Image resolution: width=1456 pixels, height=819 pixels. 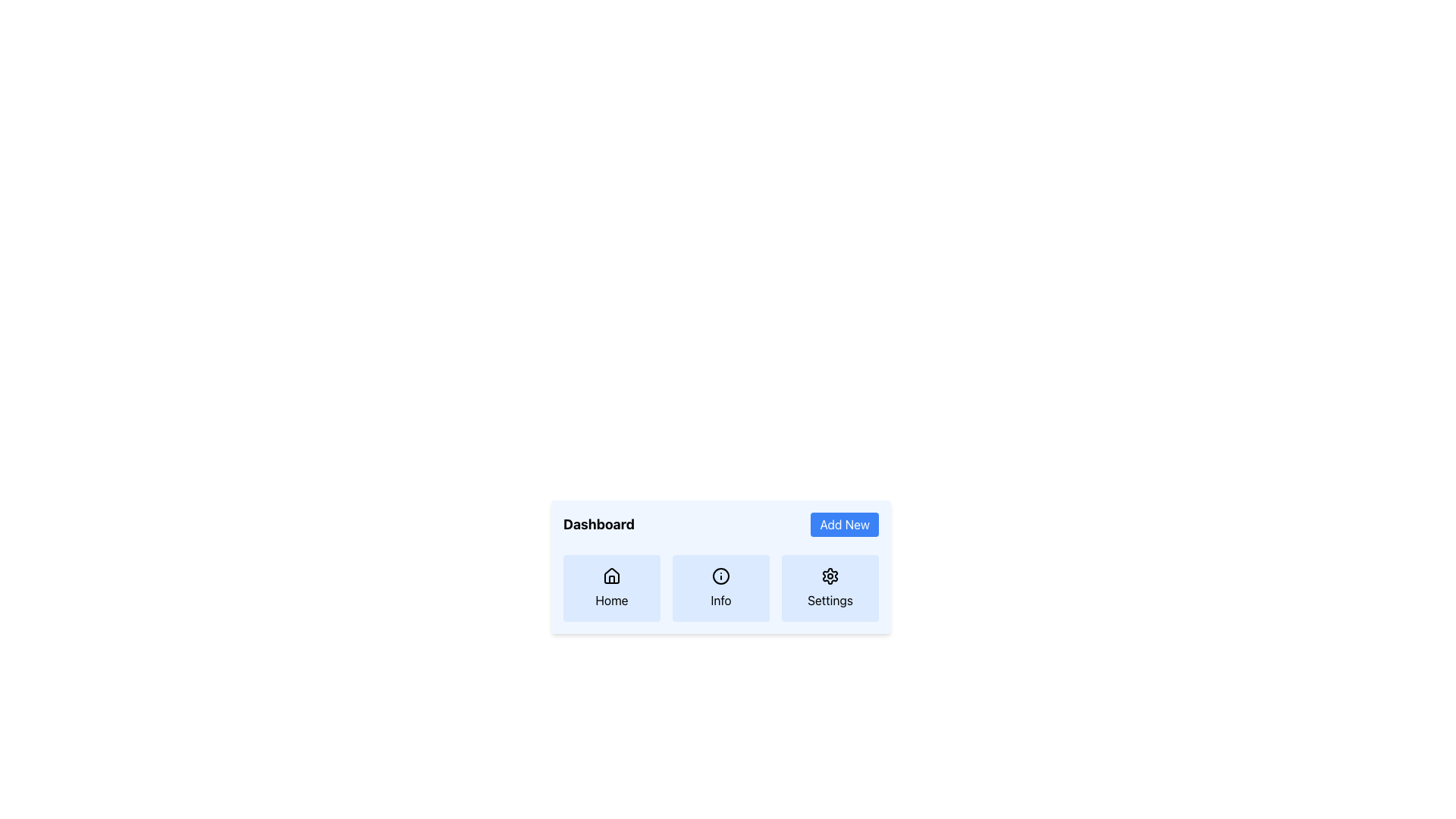 I want to click on the 'Info' tile in the navigation menu, so click(x=720, y=567).